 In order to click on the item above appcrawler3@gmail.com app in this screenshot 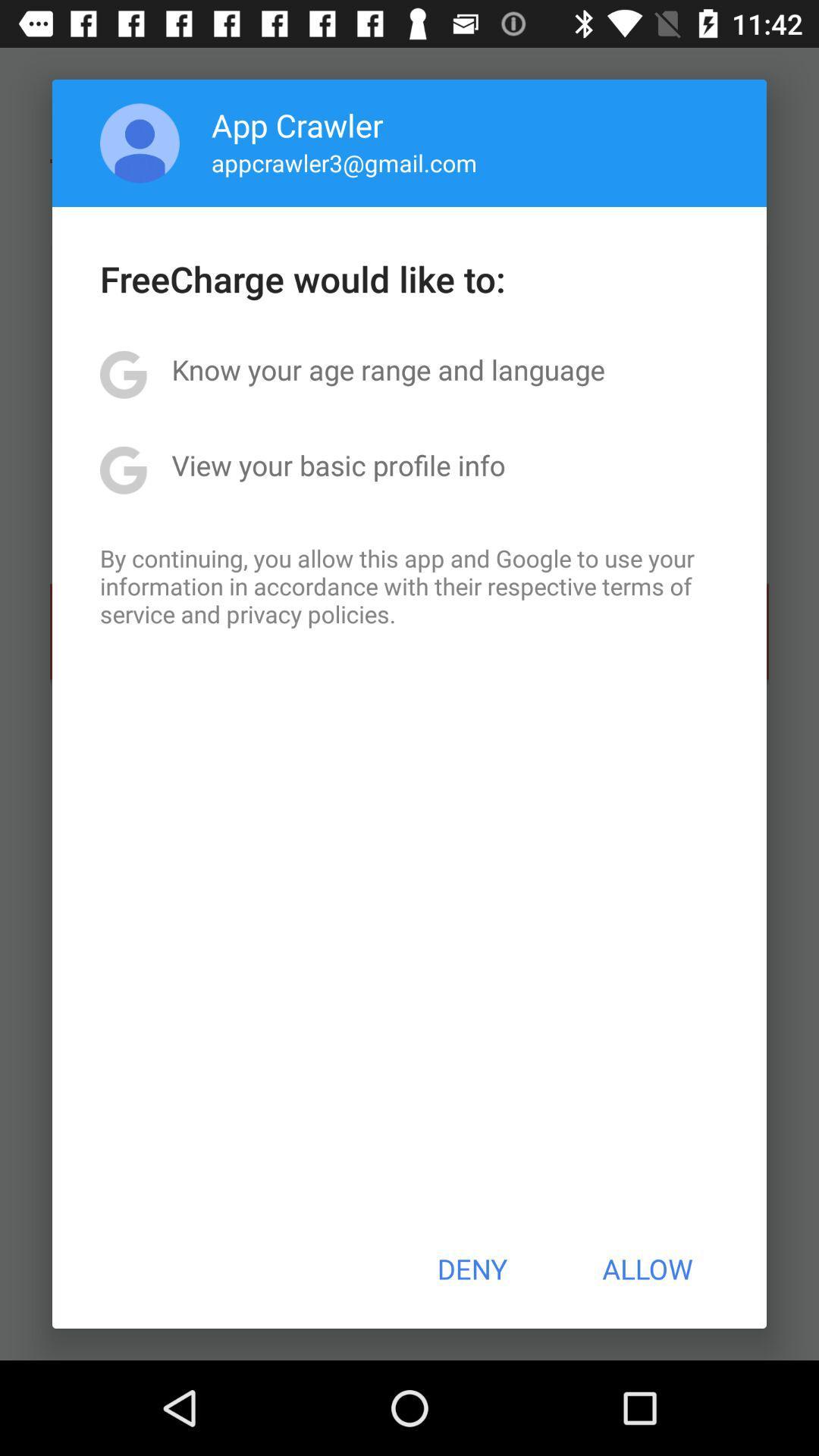, I will do `click(297, 124)`.